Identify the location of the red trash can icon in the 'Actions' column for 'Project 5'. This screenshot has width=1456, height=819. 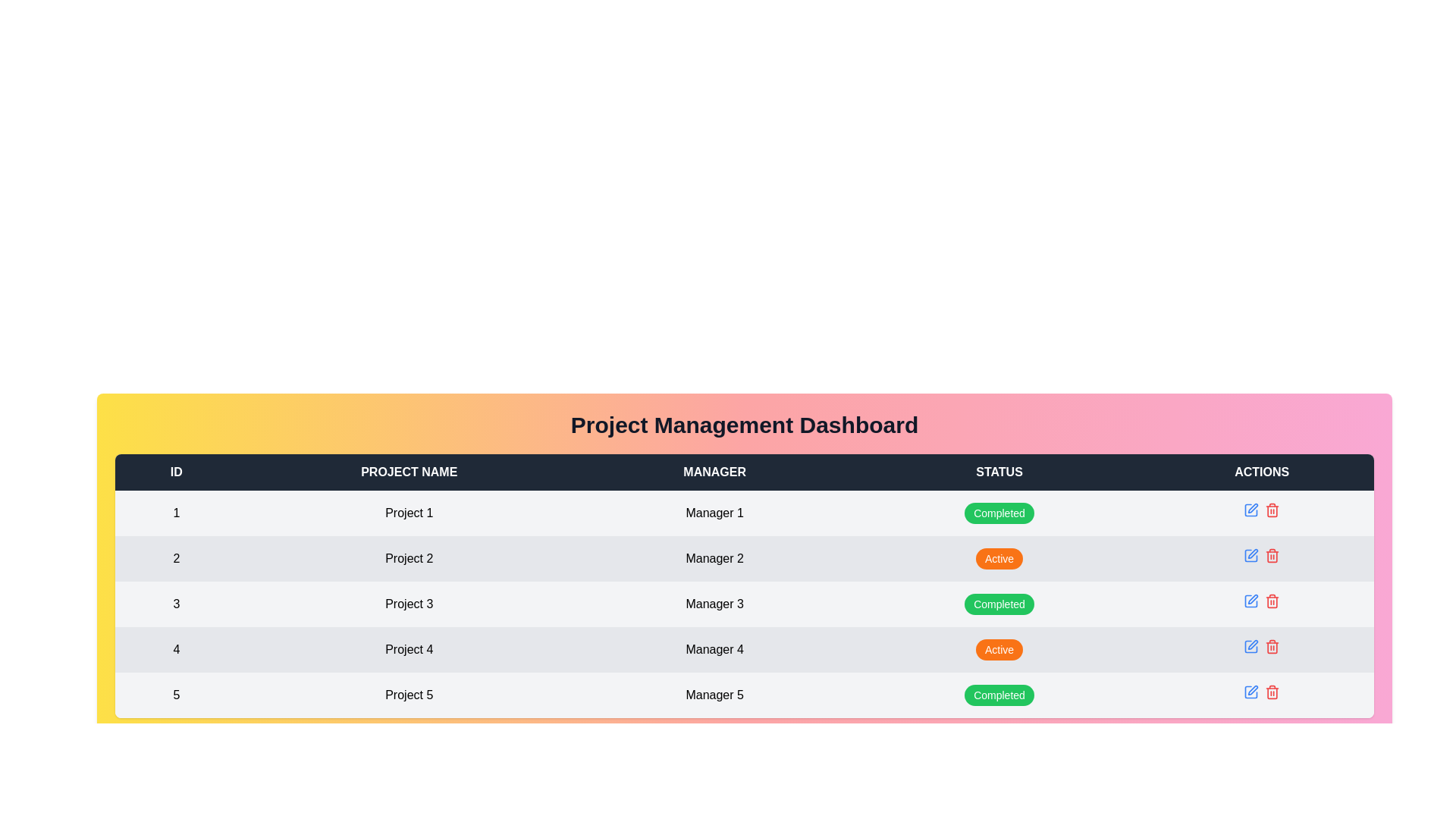
(1262, 692).